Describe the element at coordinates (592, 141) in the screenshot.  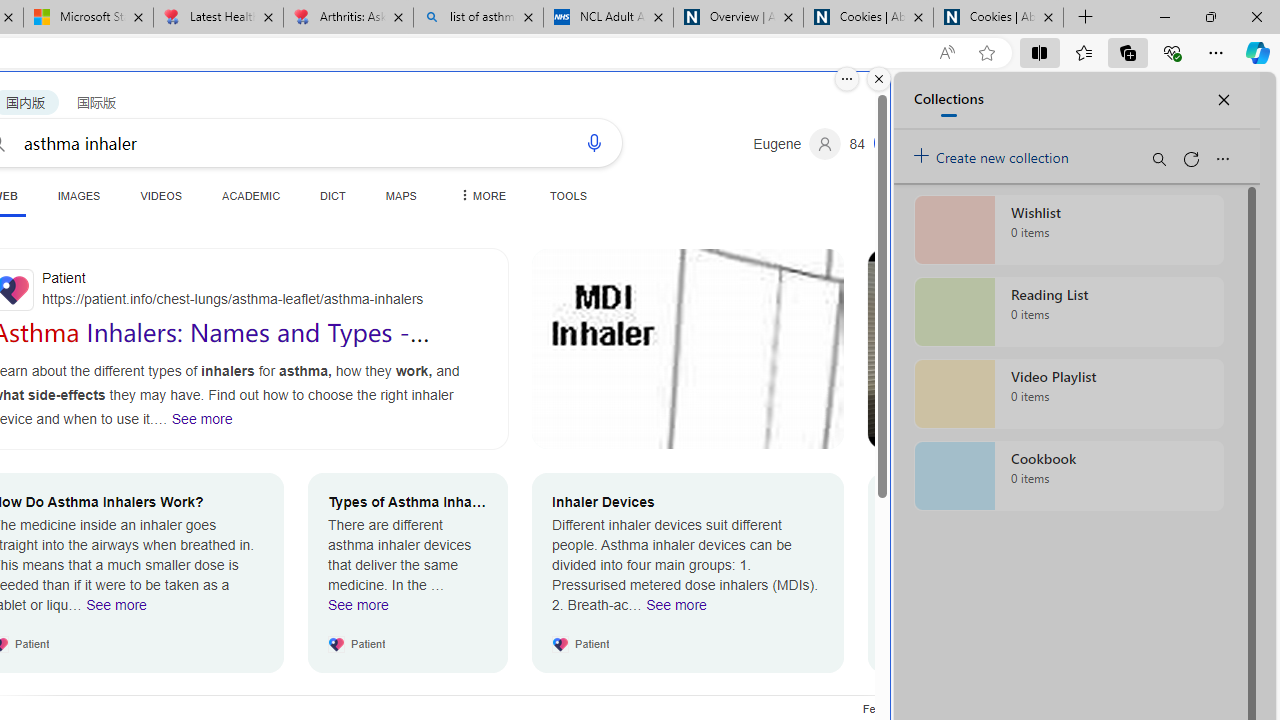
I see `'Search using voice'` at that location.